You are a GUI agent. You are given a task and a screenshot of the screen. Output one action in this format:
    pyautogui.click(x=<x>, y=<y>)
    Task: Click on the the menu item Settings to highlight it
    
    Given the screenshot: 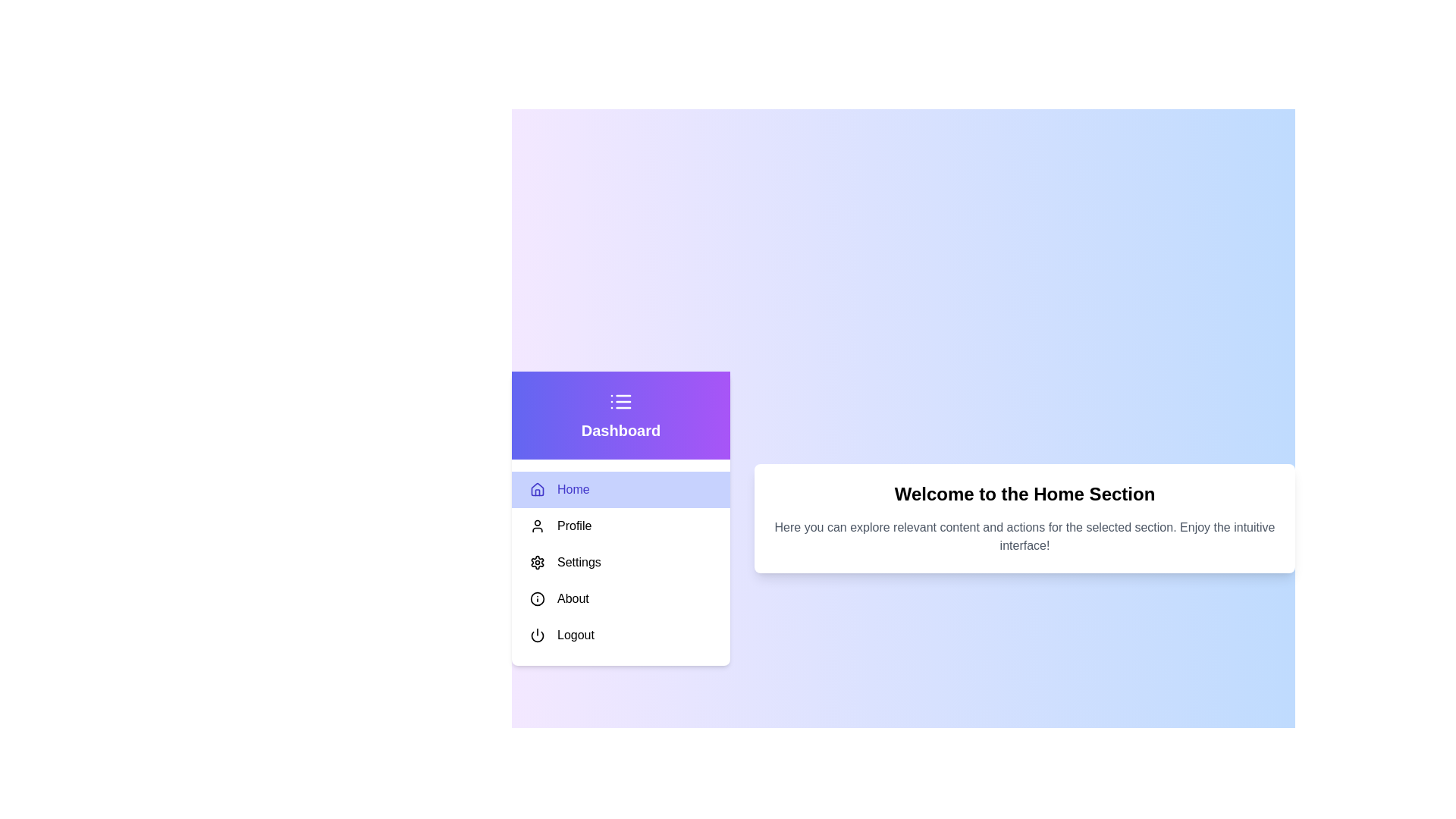 What is the action you would take?
    pyautogui.click(x=621, y=562)
    